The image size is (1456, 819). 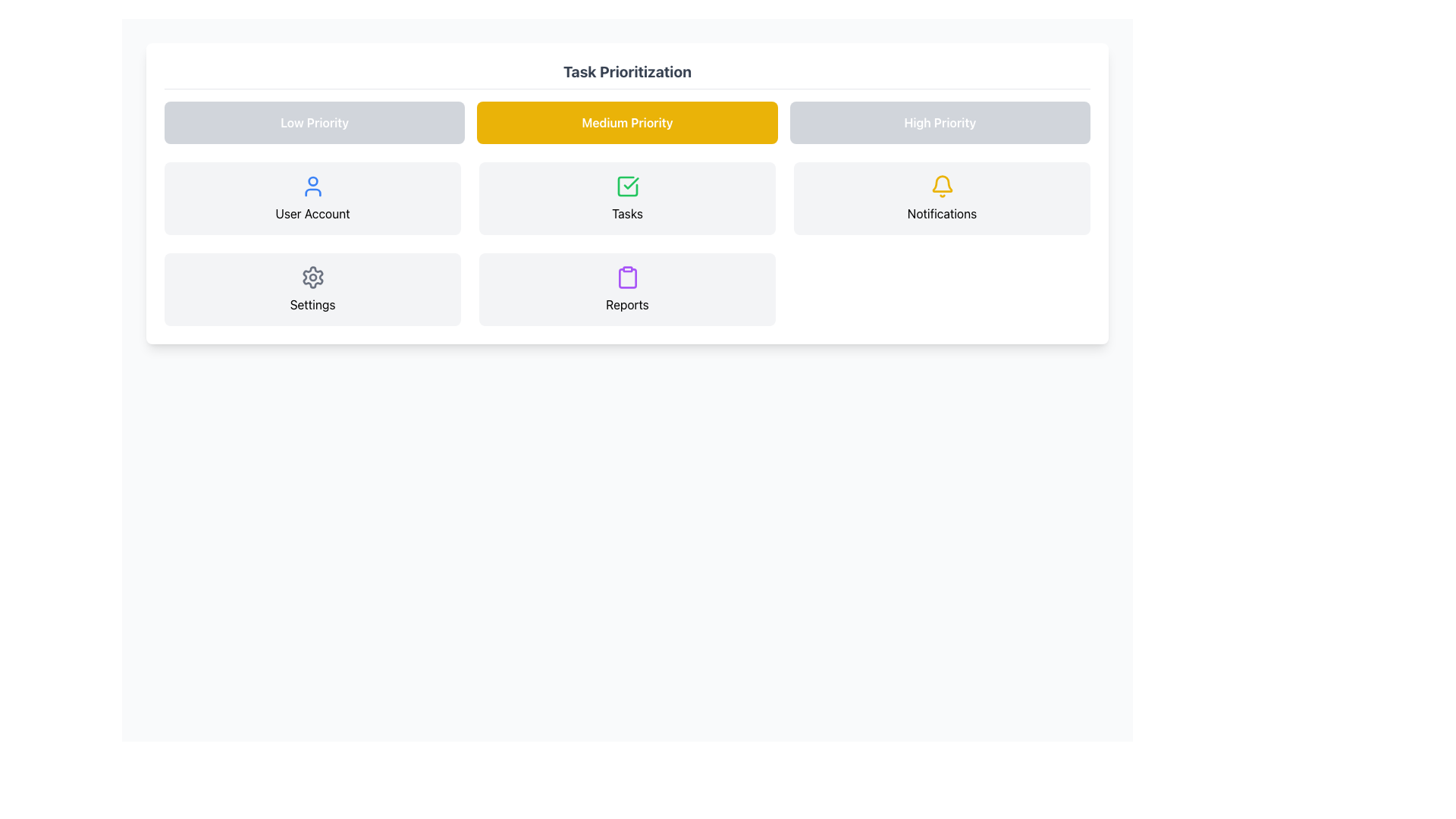 What do you see at coordinates (627, 278) in the screenshot?
I see `the 'Reports' icon in the task prioritization grid, located in the bottom-right of the grid above the text 'Reports'` at bounding box center [627, 278].